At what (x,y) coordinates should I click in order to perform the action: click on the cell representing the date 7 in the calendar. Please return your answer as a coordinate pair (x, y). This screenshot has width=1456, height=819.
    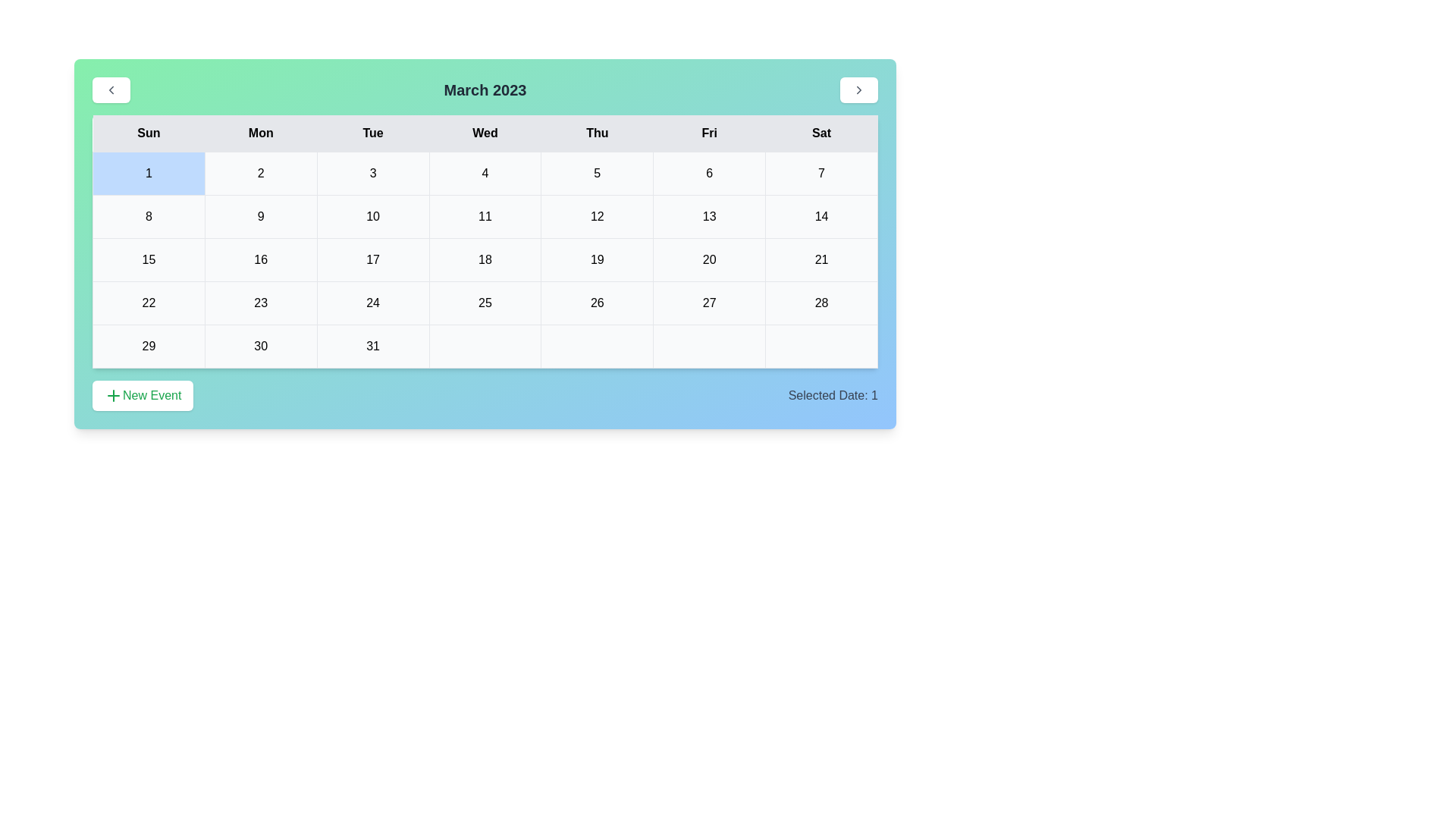
    Looking at the image, I should click on (821, 172).